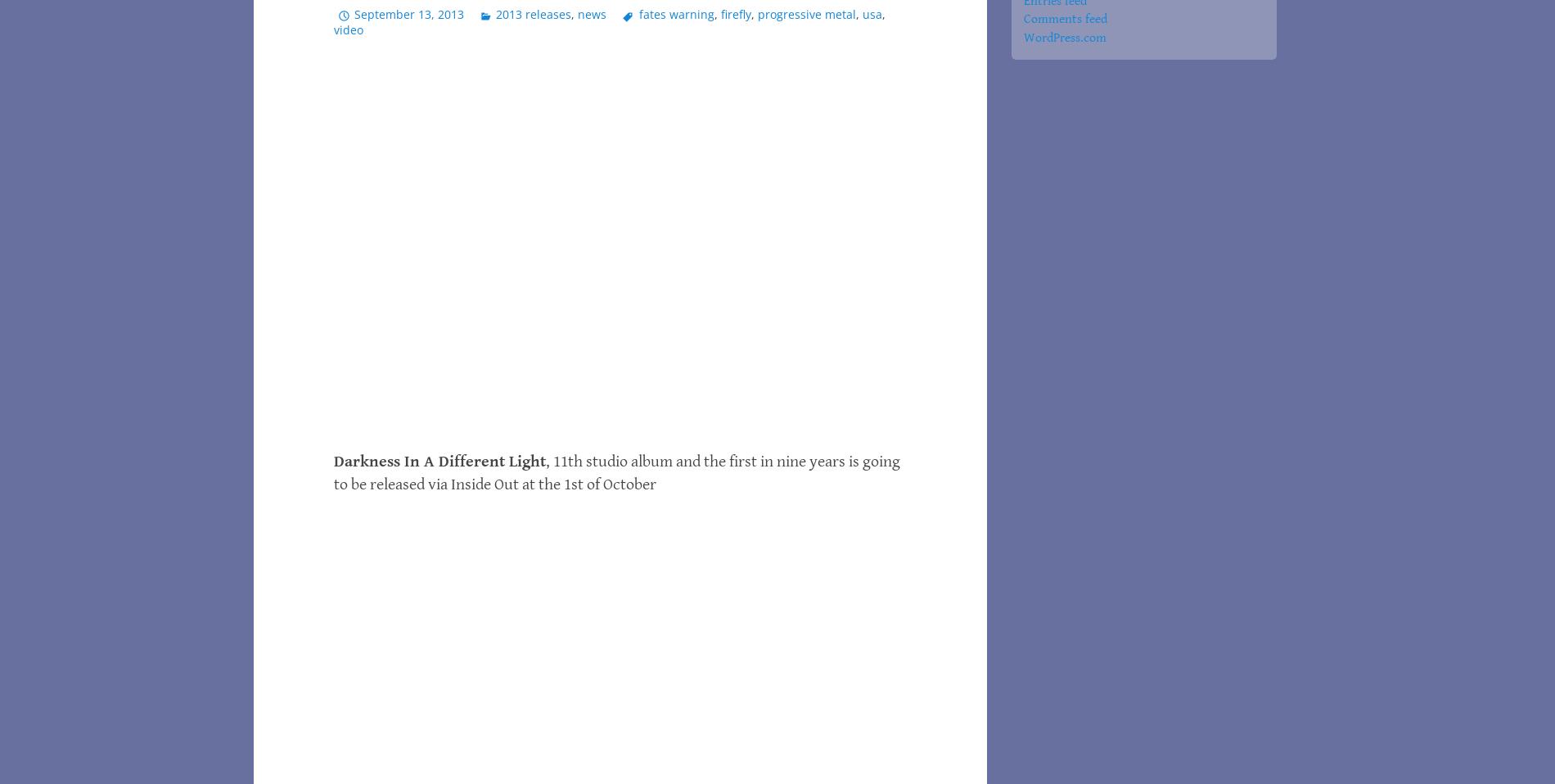 The image size is (1555, 784). What do you see at coordinates (439, 462) in the screenshot?
I see `'Darkness In A Different Light'` at bounding box center [439, 462].